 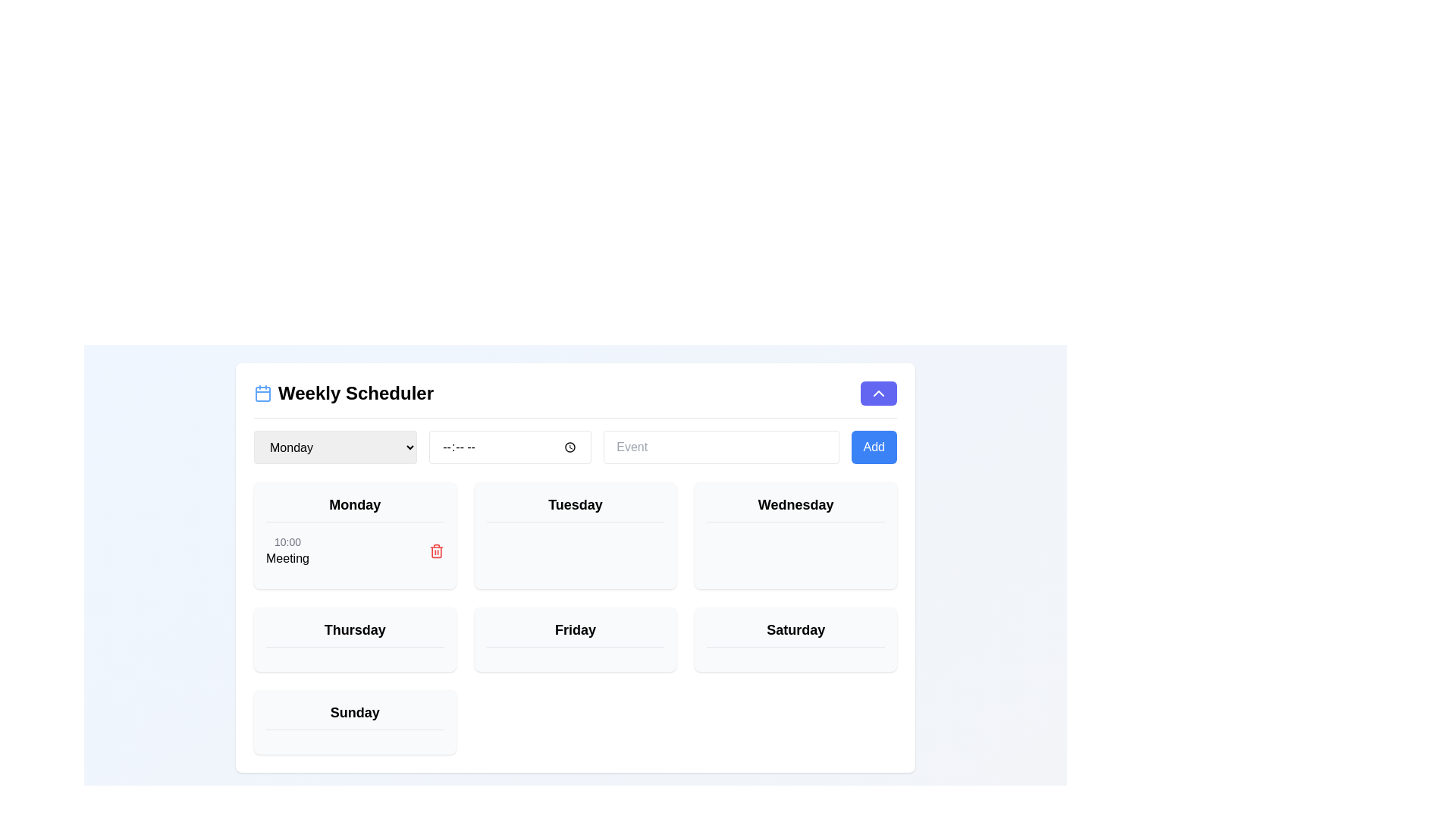 What do you see at coordinates (574, 617) in the screenshot?
I see `the interactive card representing Friday in the weekly schedule` at bounding box center [574, 617].